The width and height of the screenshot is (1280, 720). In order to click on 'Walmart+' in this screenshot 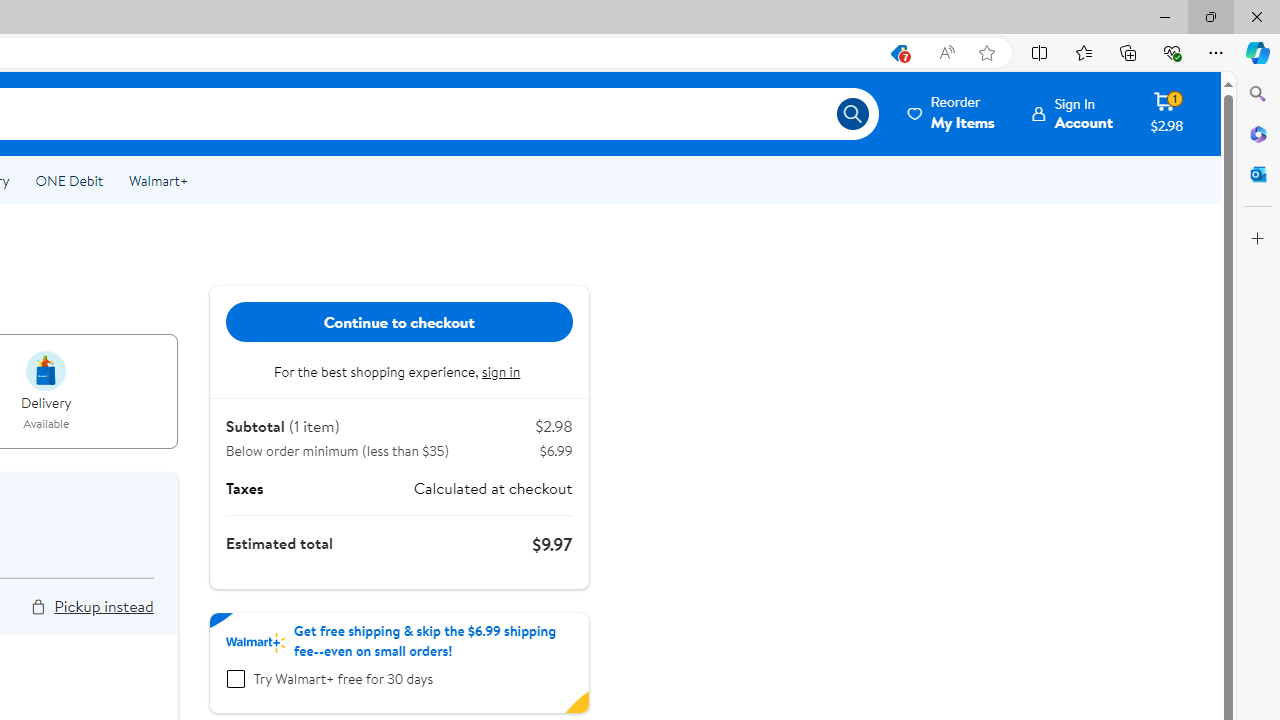, I will do `click(157, 181)`.